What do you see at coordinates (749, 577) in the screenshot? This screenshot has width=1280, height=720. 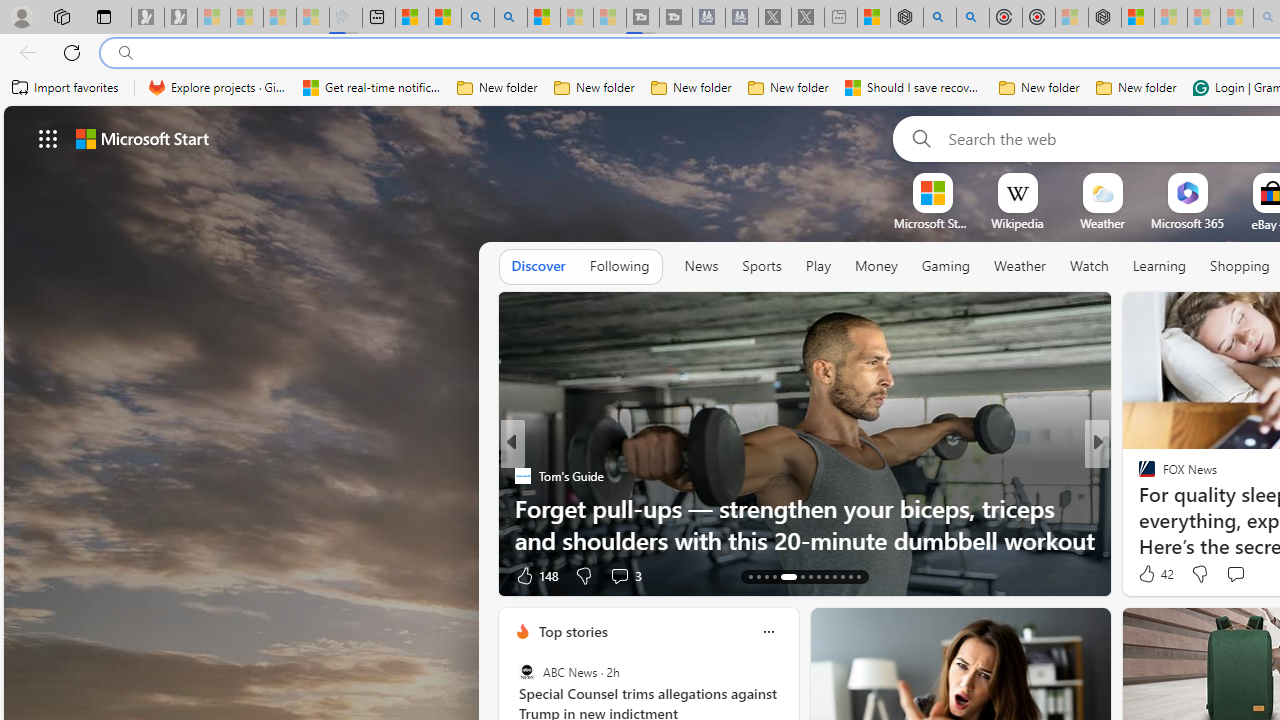 I see `'AutomationID: tab-13'` at bounding box center [749, 577].